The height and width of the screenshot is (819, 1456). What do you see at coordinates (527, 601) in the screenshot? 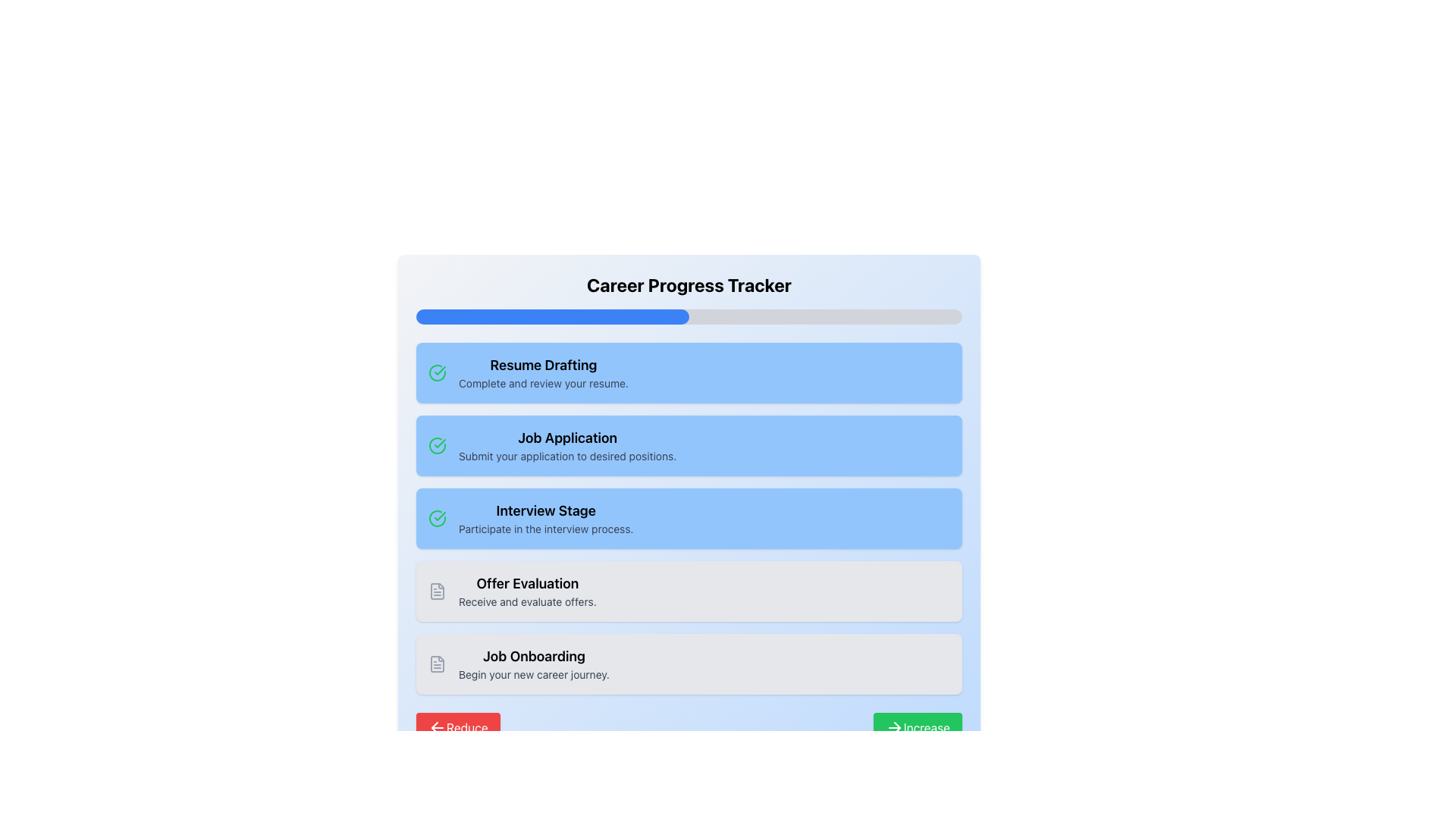
I see `descriptive text located in the 'Offer Evaluation' section of the 'Career Progress Tracker' interface, positioned directly below the 'Offer Evaluation' heading` at bounding box center [527, 601].